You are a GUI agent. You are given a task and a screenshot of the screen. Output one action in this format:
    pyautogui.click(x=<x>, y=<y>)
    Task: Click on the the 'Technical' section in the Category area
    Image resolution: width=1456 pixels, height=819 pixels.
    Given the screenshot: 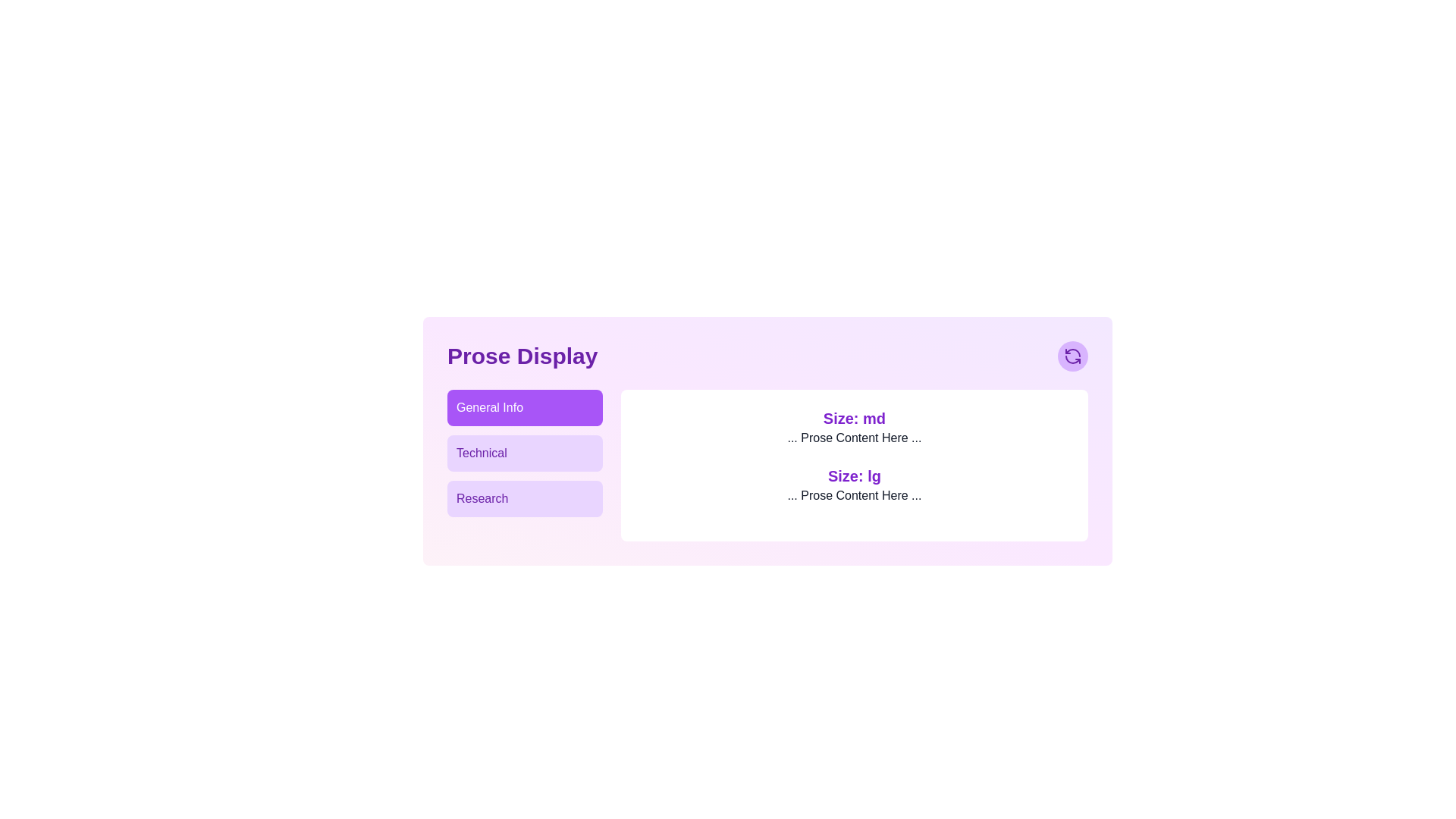 What is the action you would take?
    pyautogui.click(x=525, y=464)
    